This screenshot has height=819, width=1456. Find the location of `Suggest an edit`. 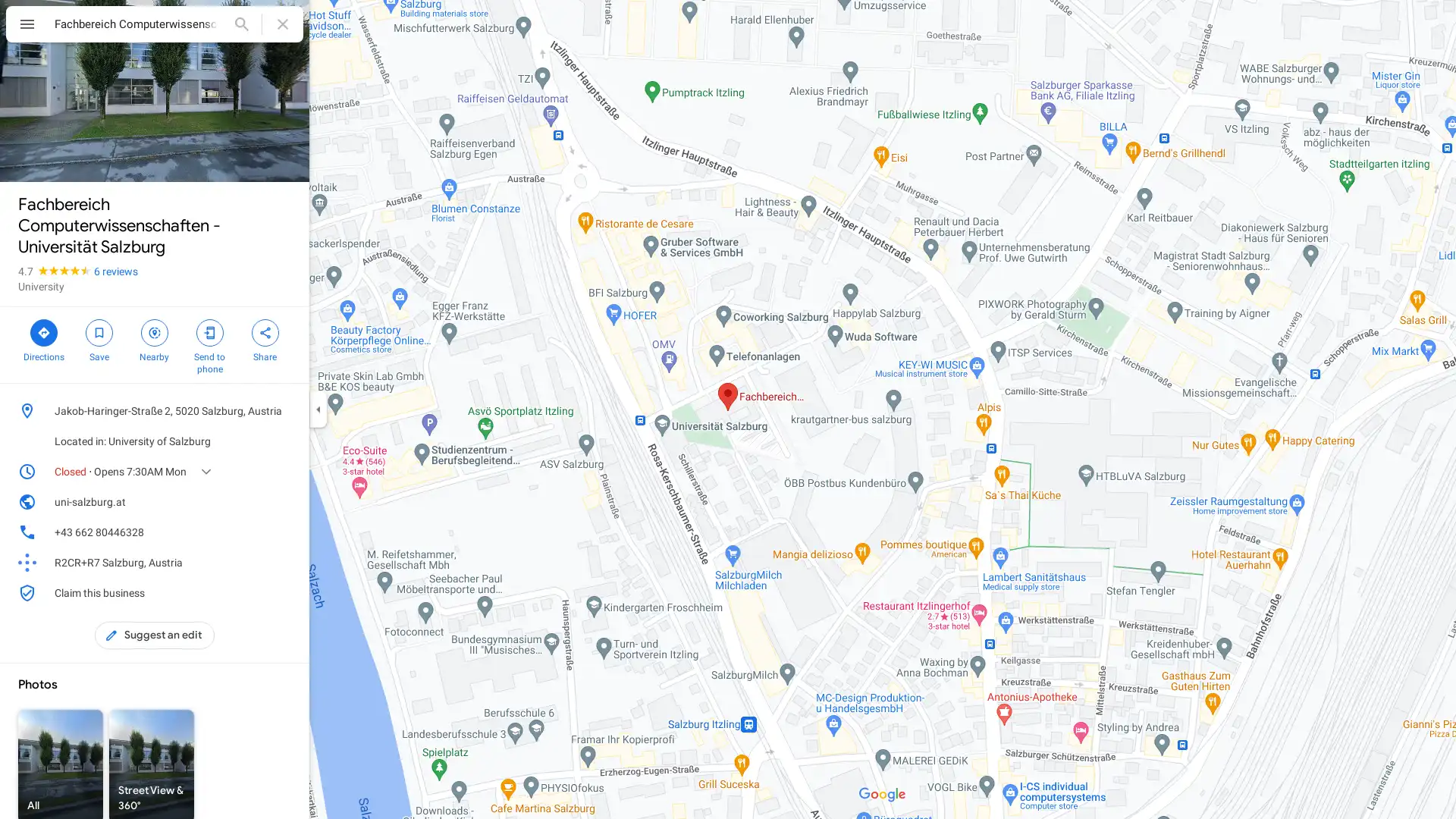

Suggest an edit is located at coordinates (155, 635).